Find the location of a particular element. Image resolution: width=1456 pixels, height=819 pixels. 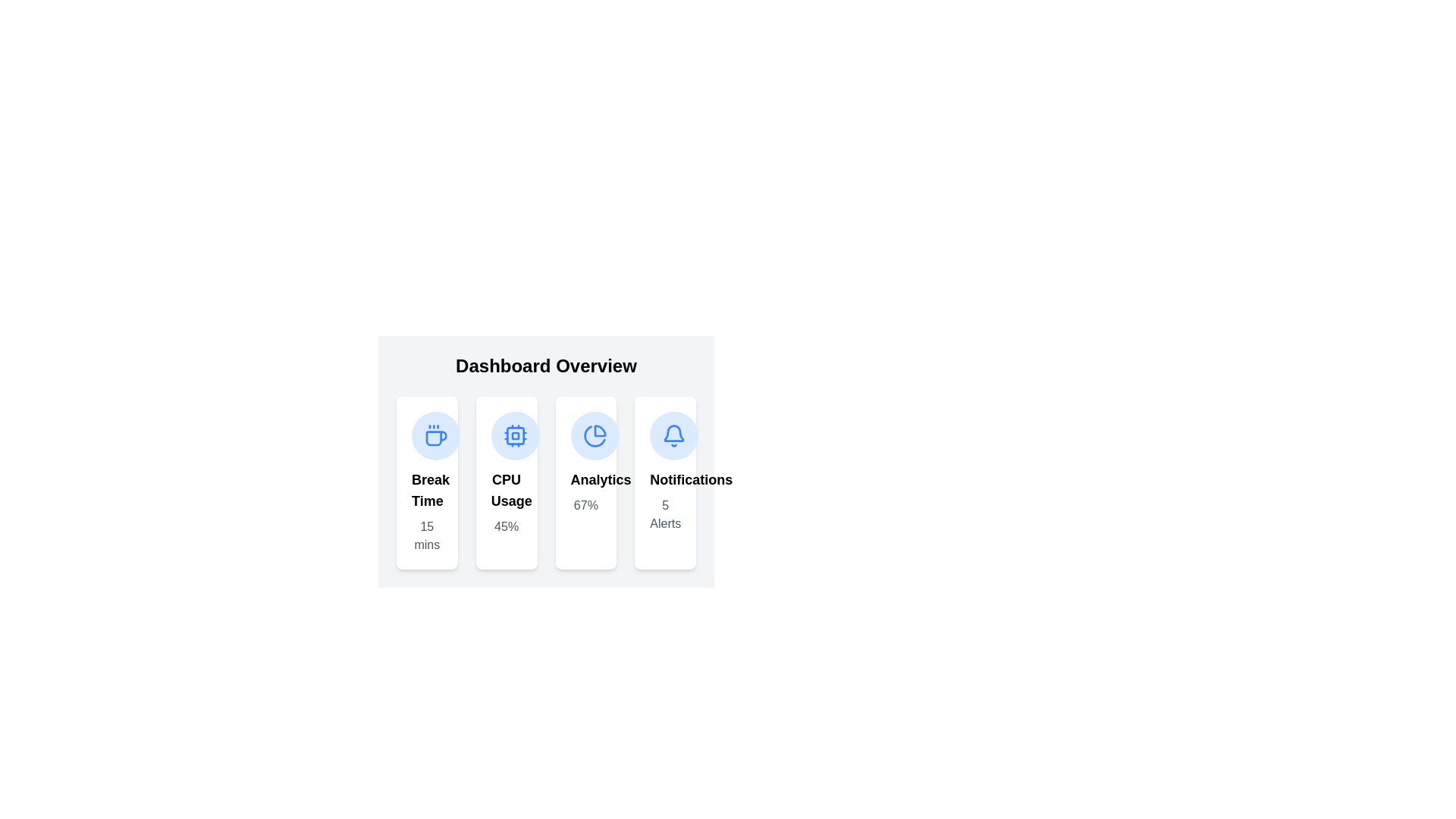

the 'CPU Usage' icon, the second icon from the left in the 'Dashboard Overview' panel, which features a blue circular background above the title 'CPU Usage' is located at coordinates (515, 435).